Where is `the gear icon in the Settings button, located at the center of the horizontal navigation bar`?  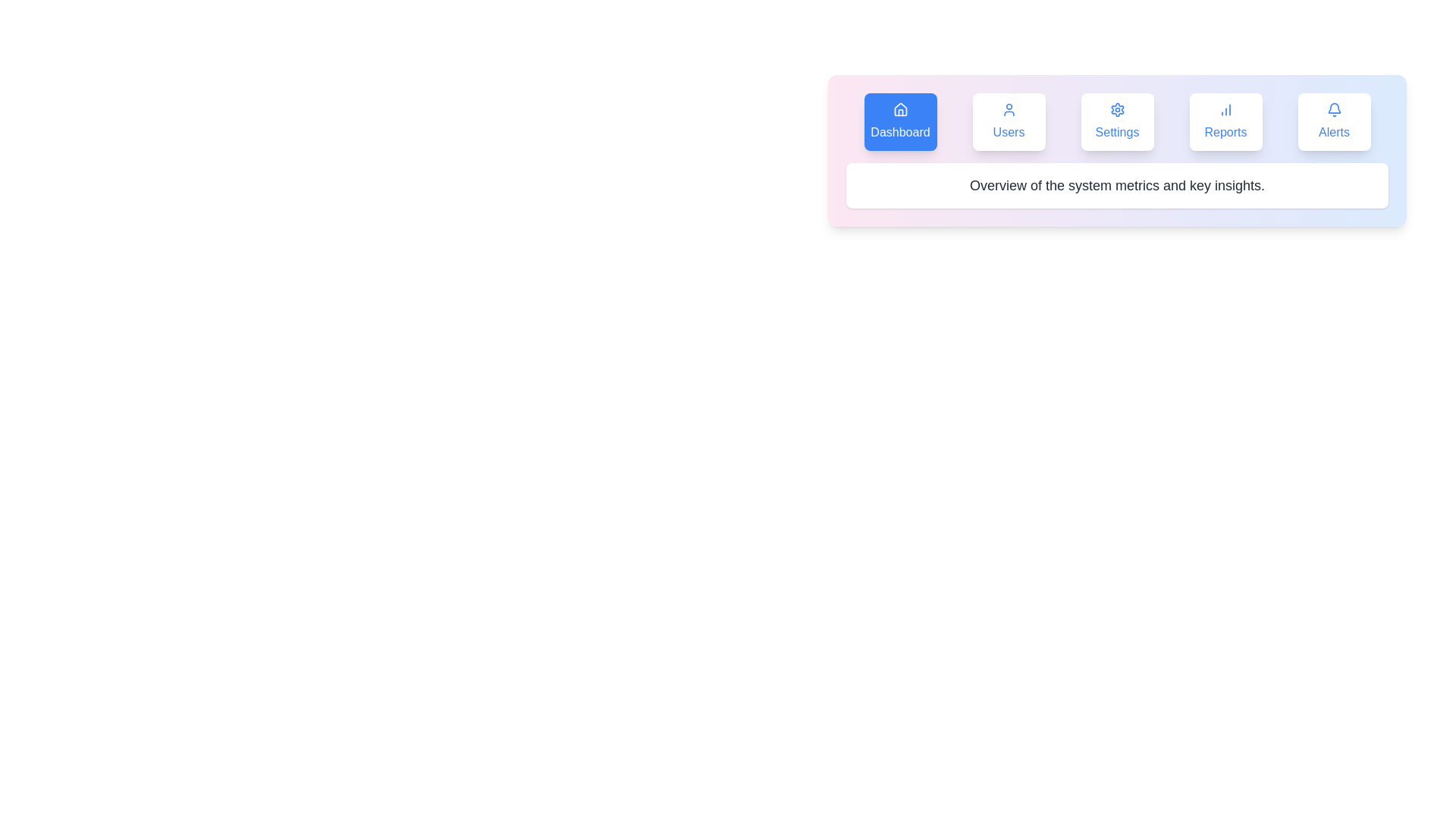
the gear icon in the Settings button, located at the center of the horizontal navigation bar is located at coordinates (1117, 109).